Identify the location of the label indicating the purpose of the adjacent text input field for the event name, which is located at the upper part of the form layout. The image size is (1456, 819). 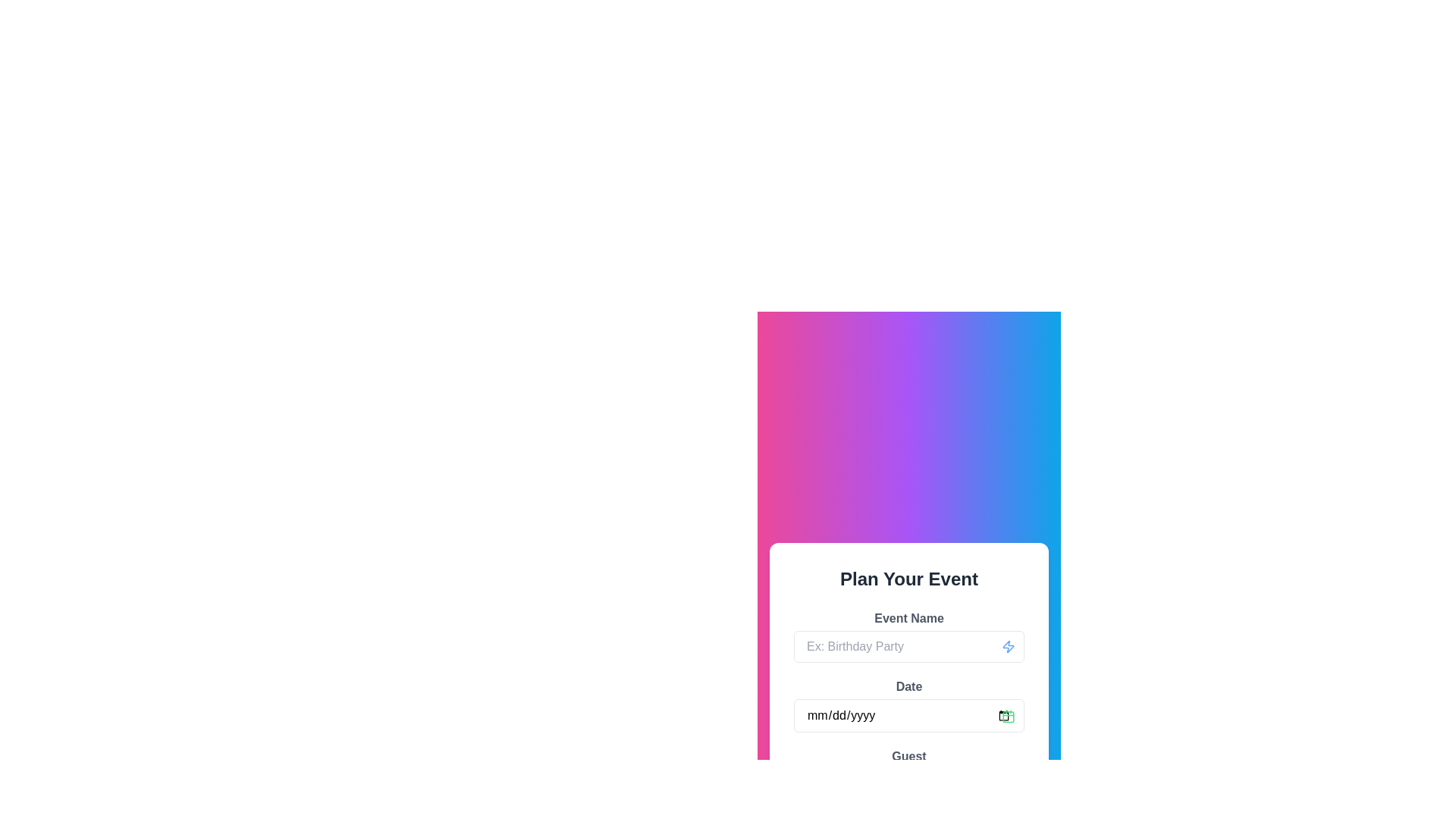
(909, 617).